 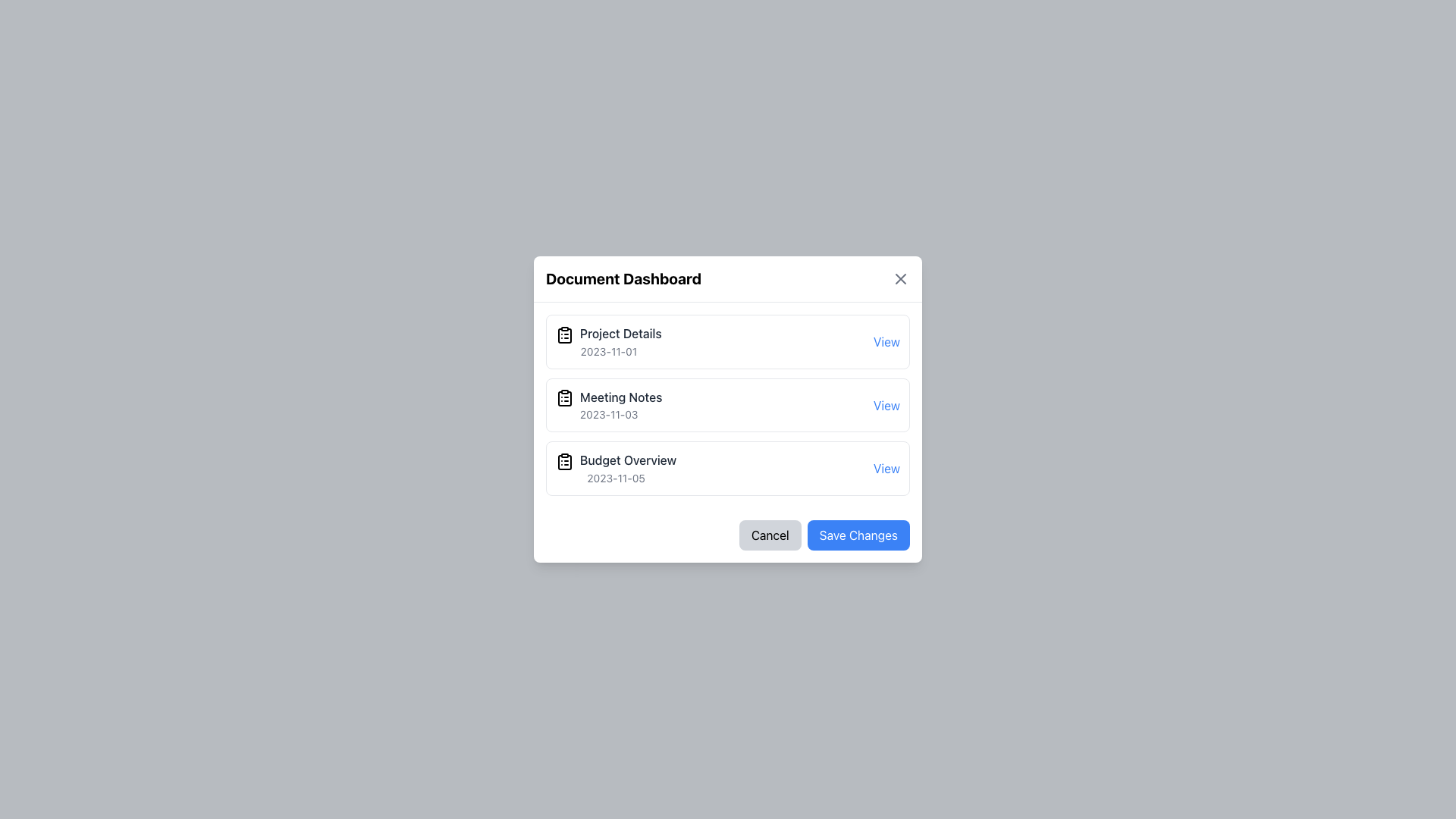 I want to click on the interactive text link for 'Budget Overview' to change its color, so click(x=886, y=468).